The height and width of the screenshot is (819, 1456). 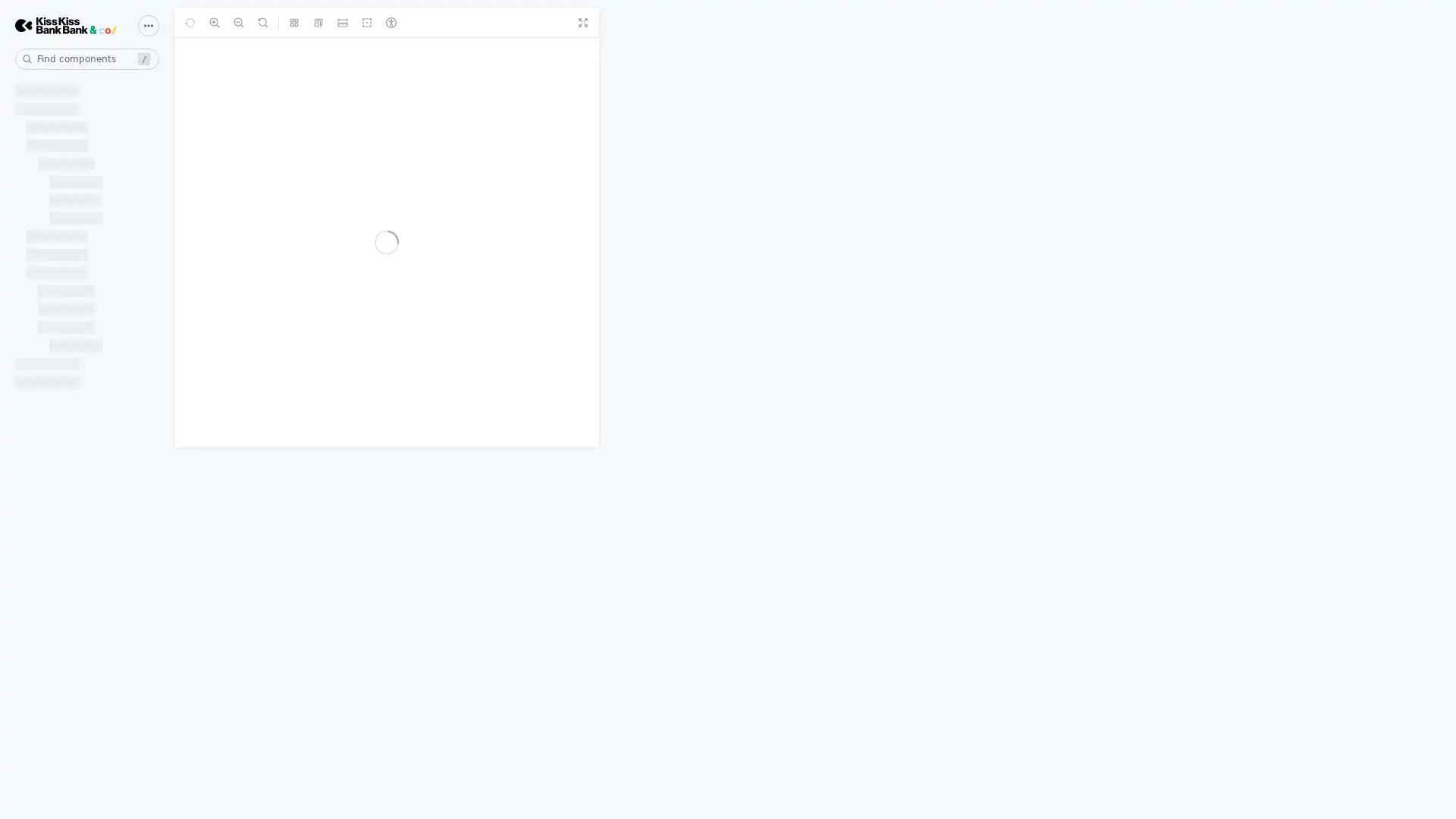 I want to click on Enable measure, so click(x=483, y=23).